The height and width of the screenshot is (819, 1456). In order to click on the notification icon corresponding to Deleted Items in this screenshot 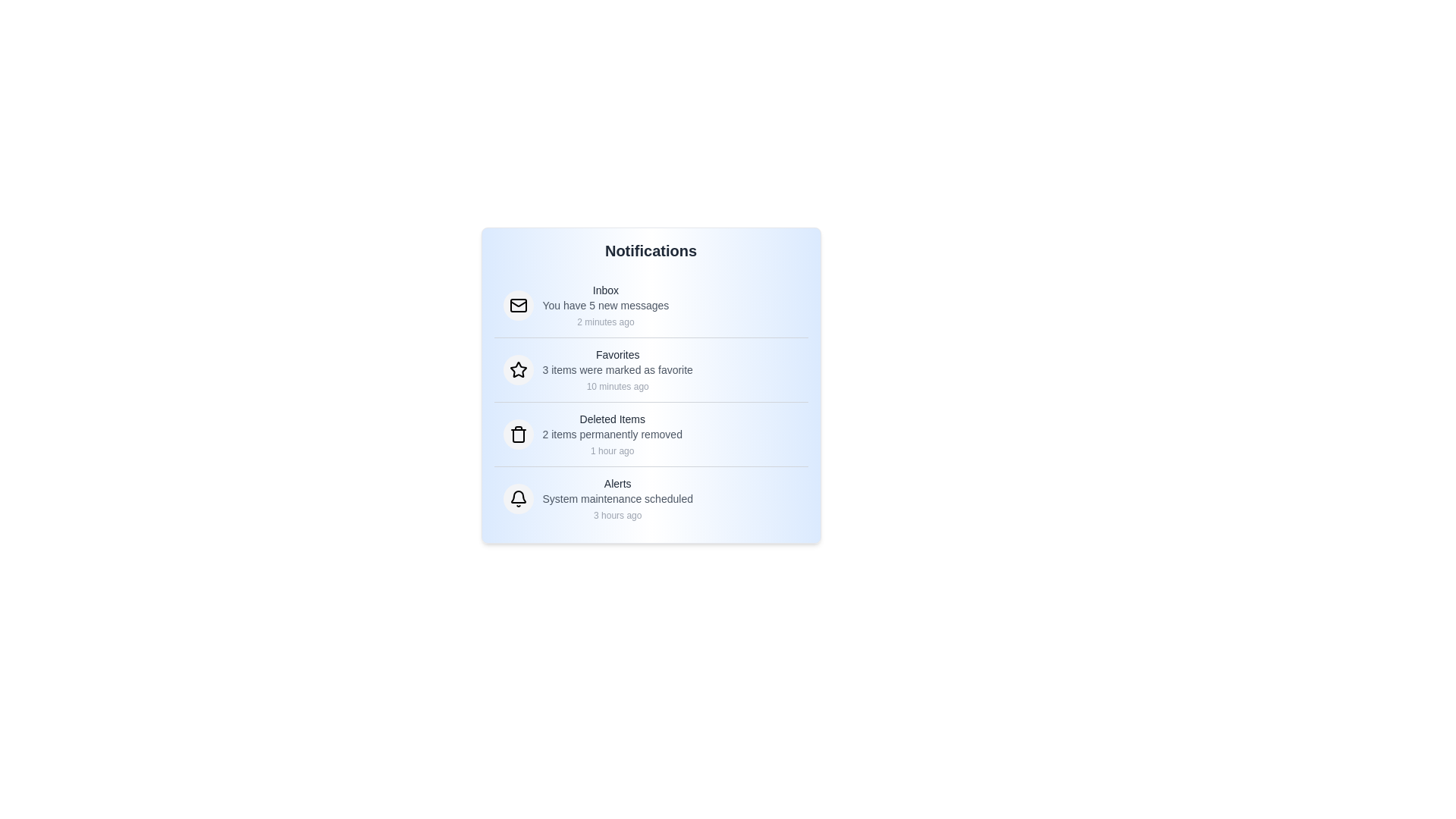, I will do `click(518, 435)`.